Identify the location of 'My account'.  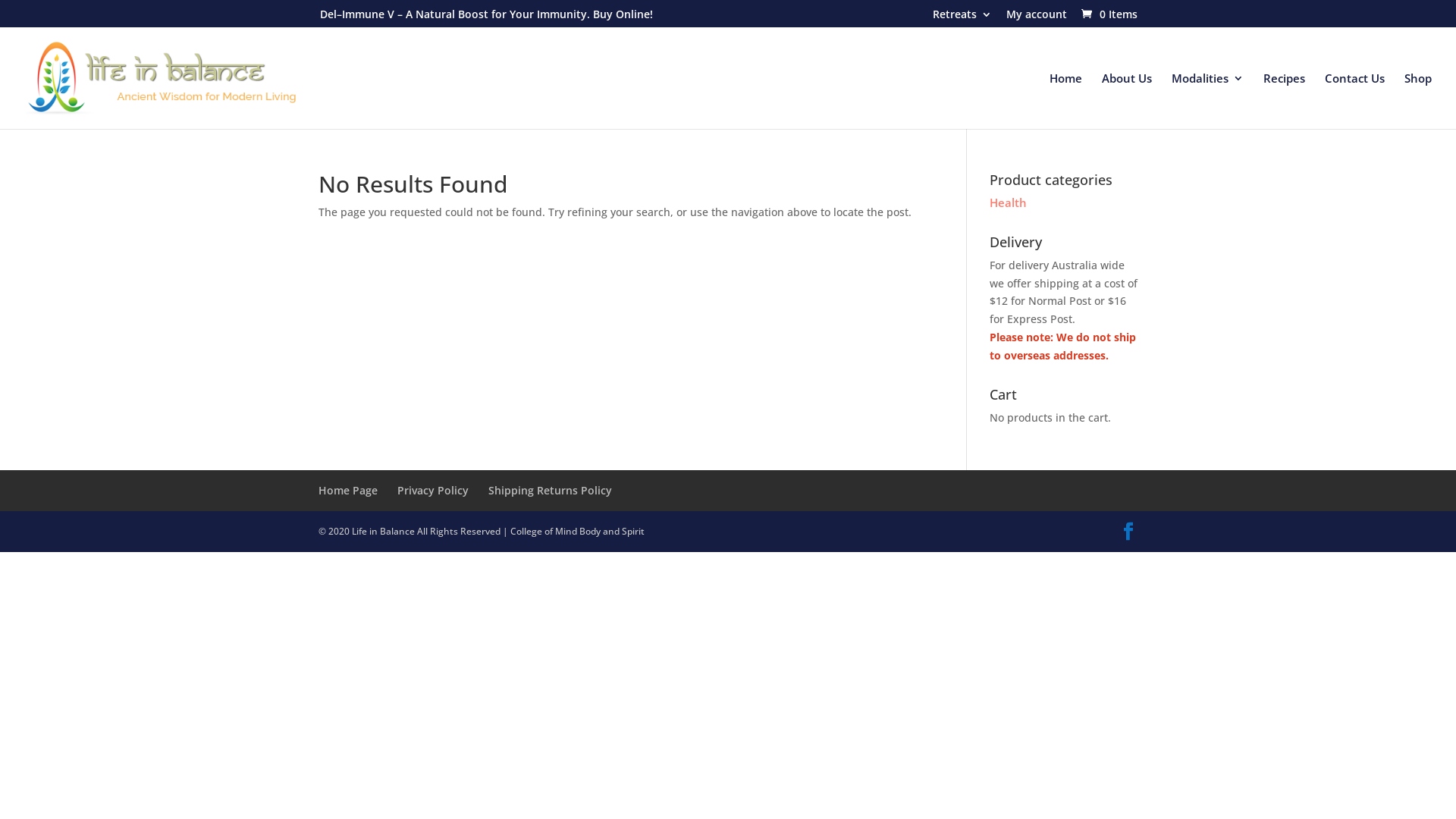
(1036, 18).